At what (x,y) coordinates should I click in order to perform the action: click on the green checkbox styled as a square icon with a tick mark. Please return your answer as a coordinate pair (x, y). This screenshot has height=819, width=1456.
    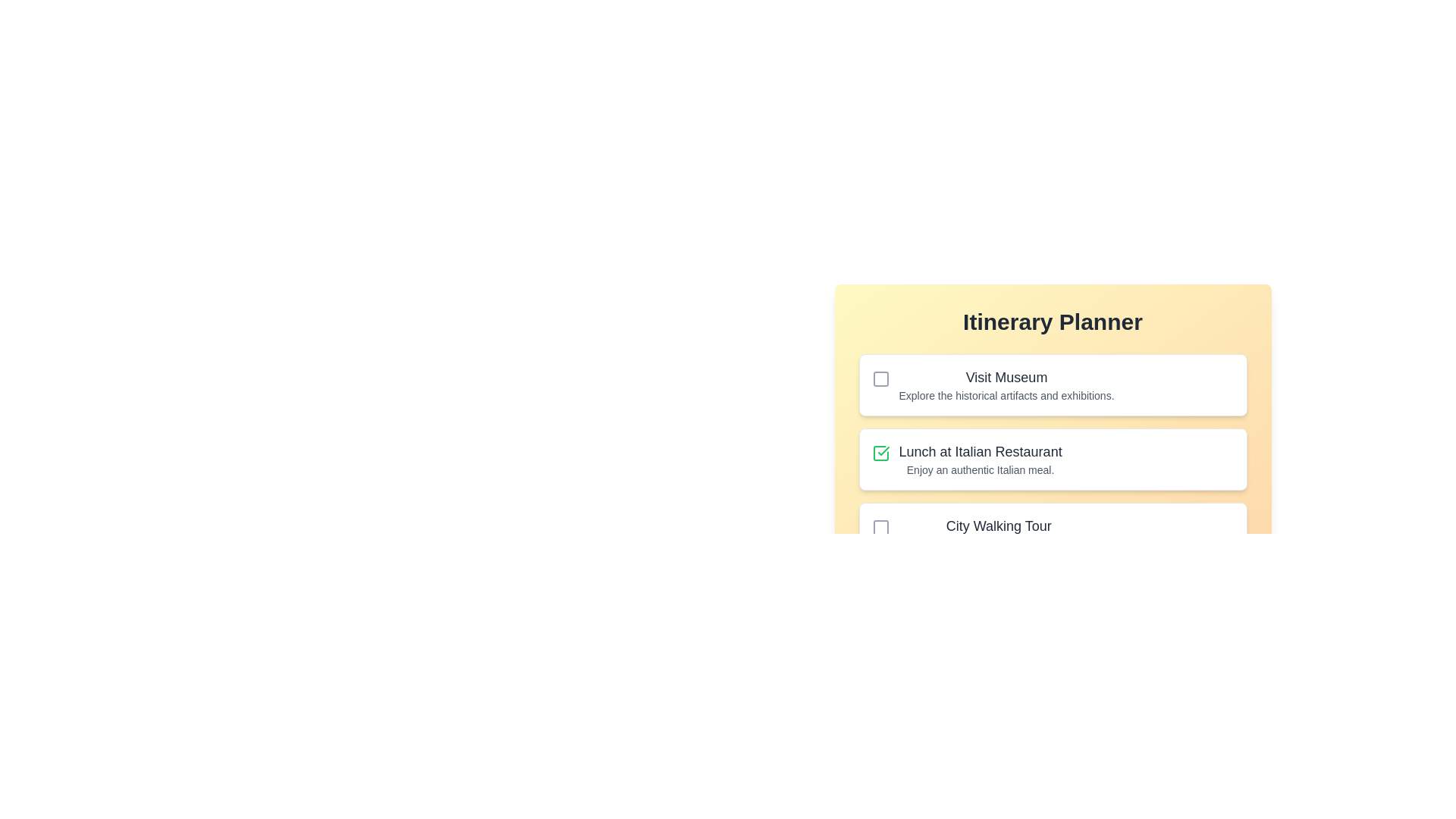
    Looking at the image, I should click on (880, 452).